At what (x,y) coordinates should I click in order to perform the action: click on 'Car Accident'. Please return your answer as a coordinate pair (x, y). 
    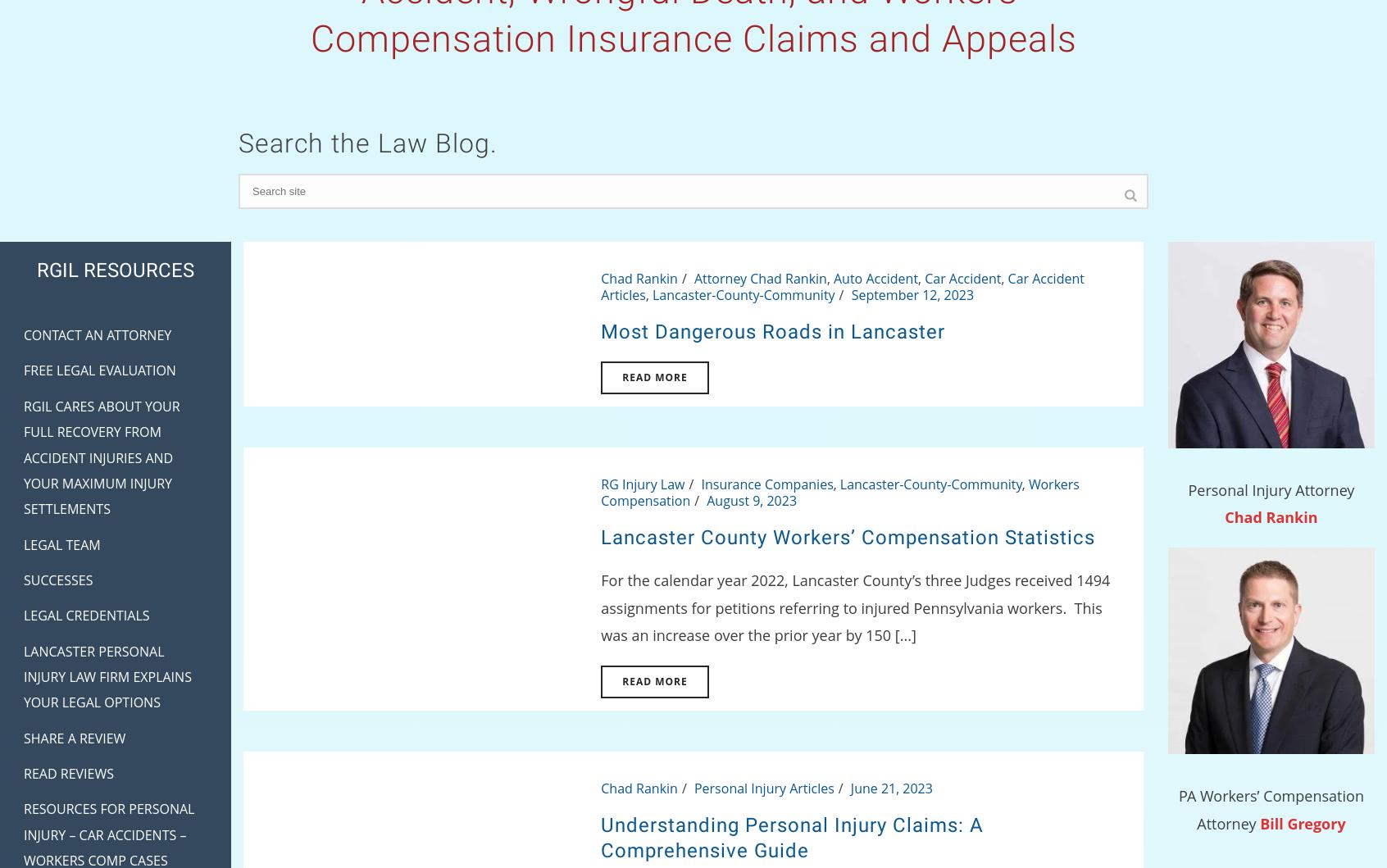
    Looking at the image, I should click on (925, 276).